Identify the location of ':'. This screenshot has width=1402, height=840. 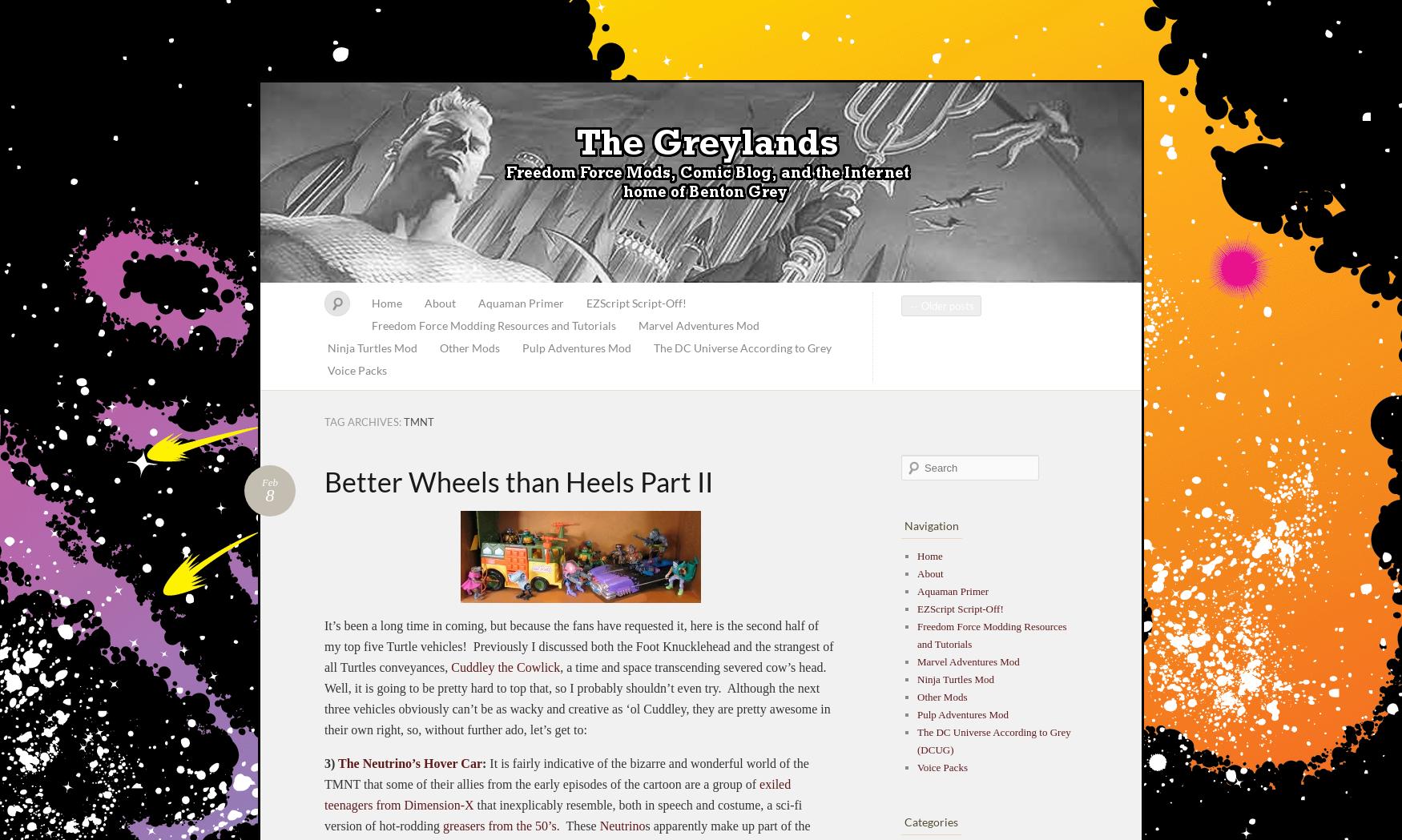
(482, 762).